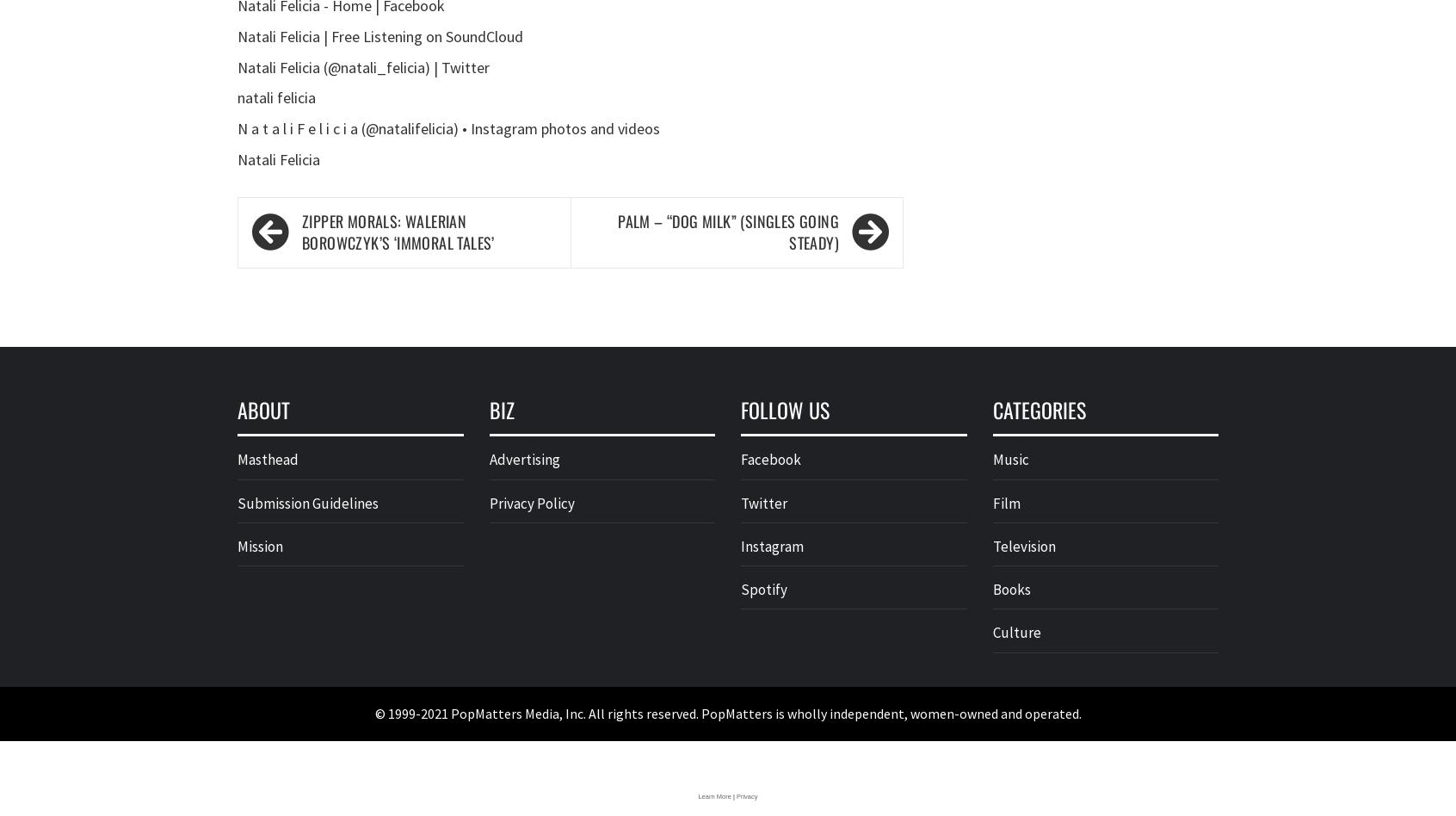 This screenshot has height=816, width=1456. I want to click on 'Learn More', so click(713, 794).